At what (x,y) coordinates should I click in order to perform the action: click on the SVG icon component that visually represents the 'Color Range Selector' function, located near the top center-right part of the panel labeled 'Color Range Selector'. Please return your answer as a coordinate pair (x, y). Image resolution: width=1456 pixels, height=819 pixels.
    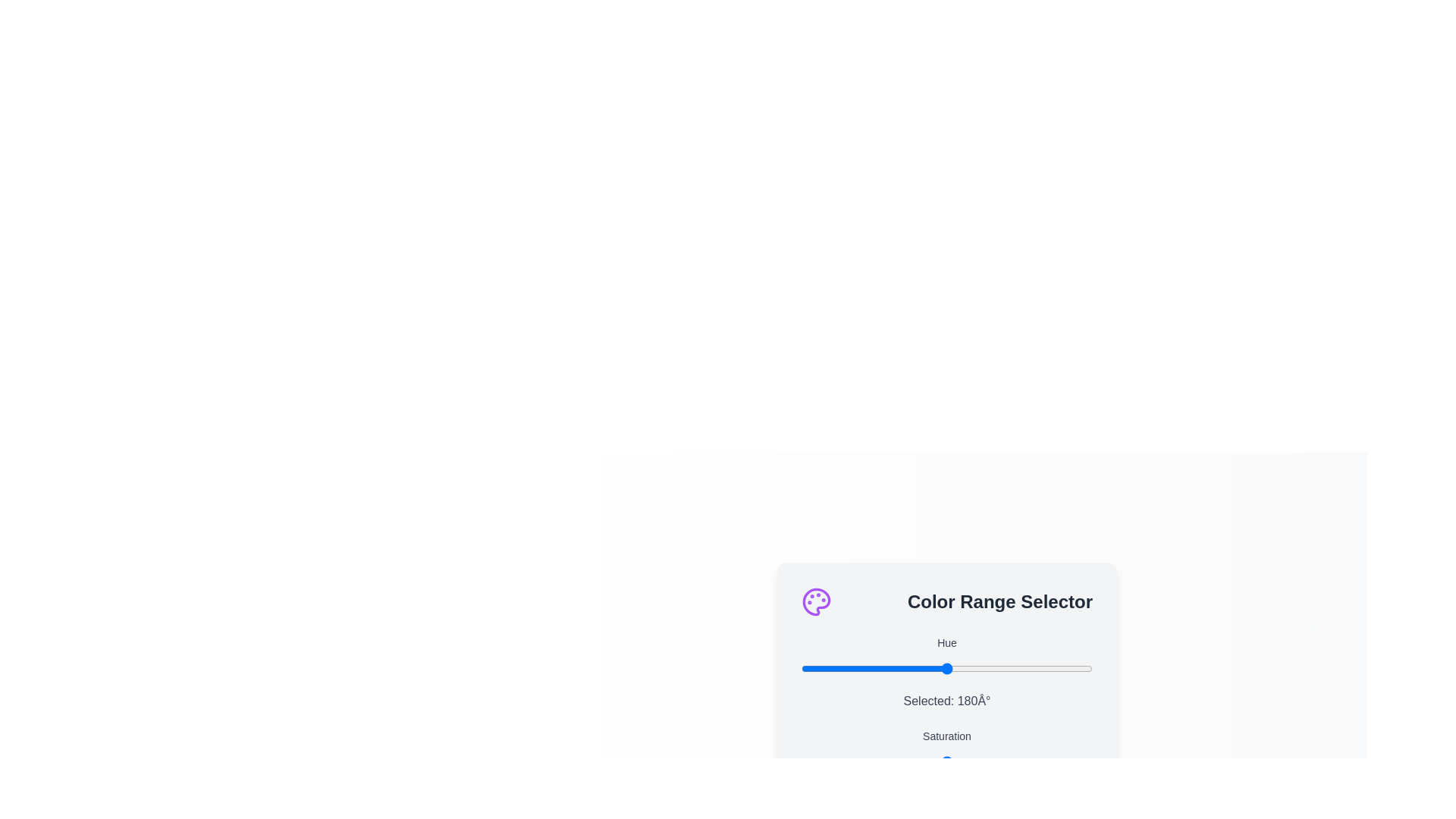
    Looking at the image, I should click on (815, 601).